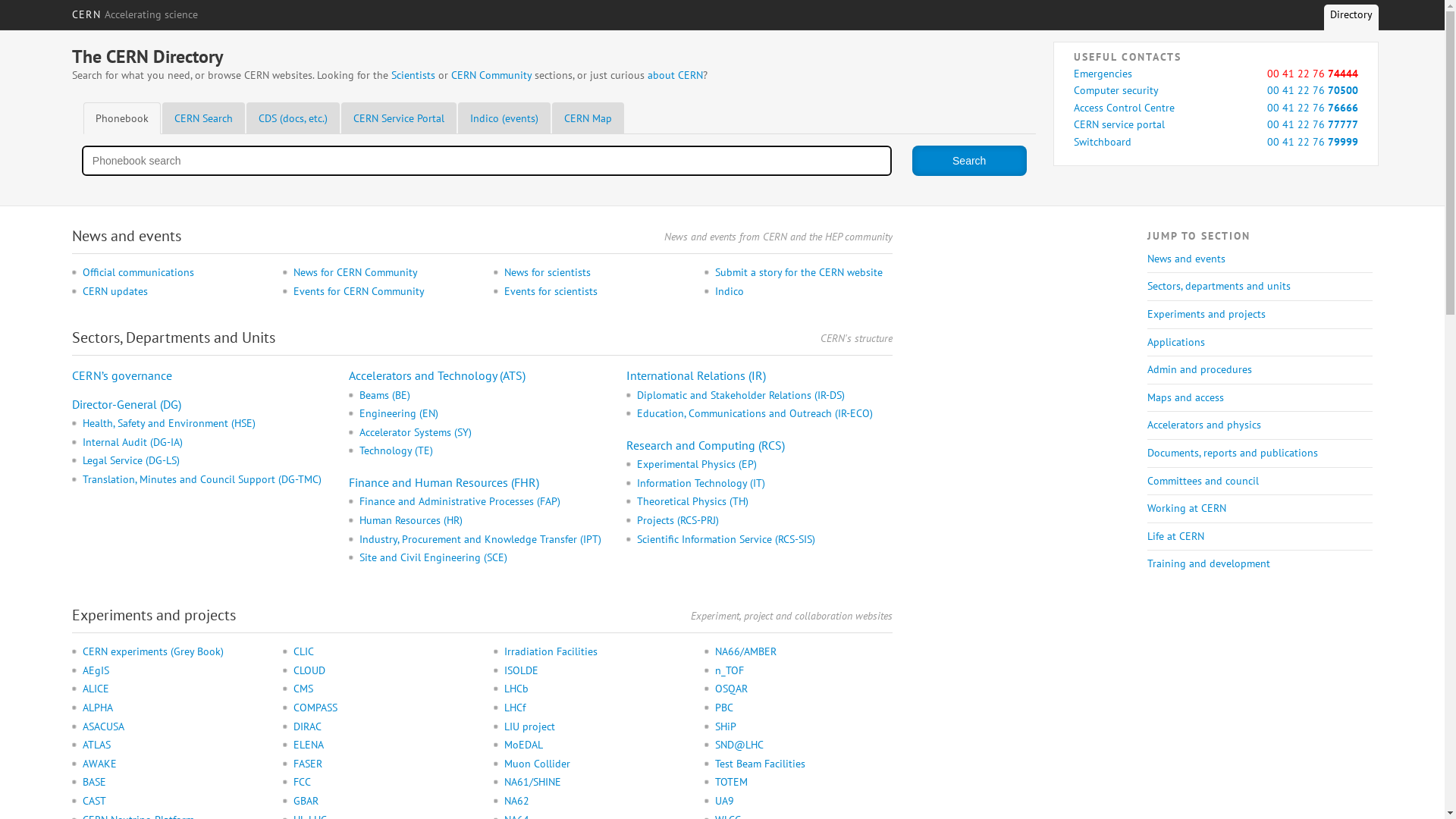  What do you see at coordinates (968, 161) in the screenshot?
I see `'Search'` at bounding box center [968, 161].